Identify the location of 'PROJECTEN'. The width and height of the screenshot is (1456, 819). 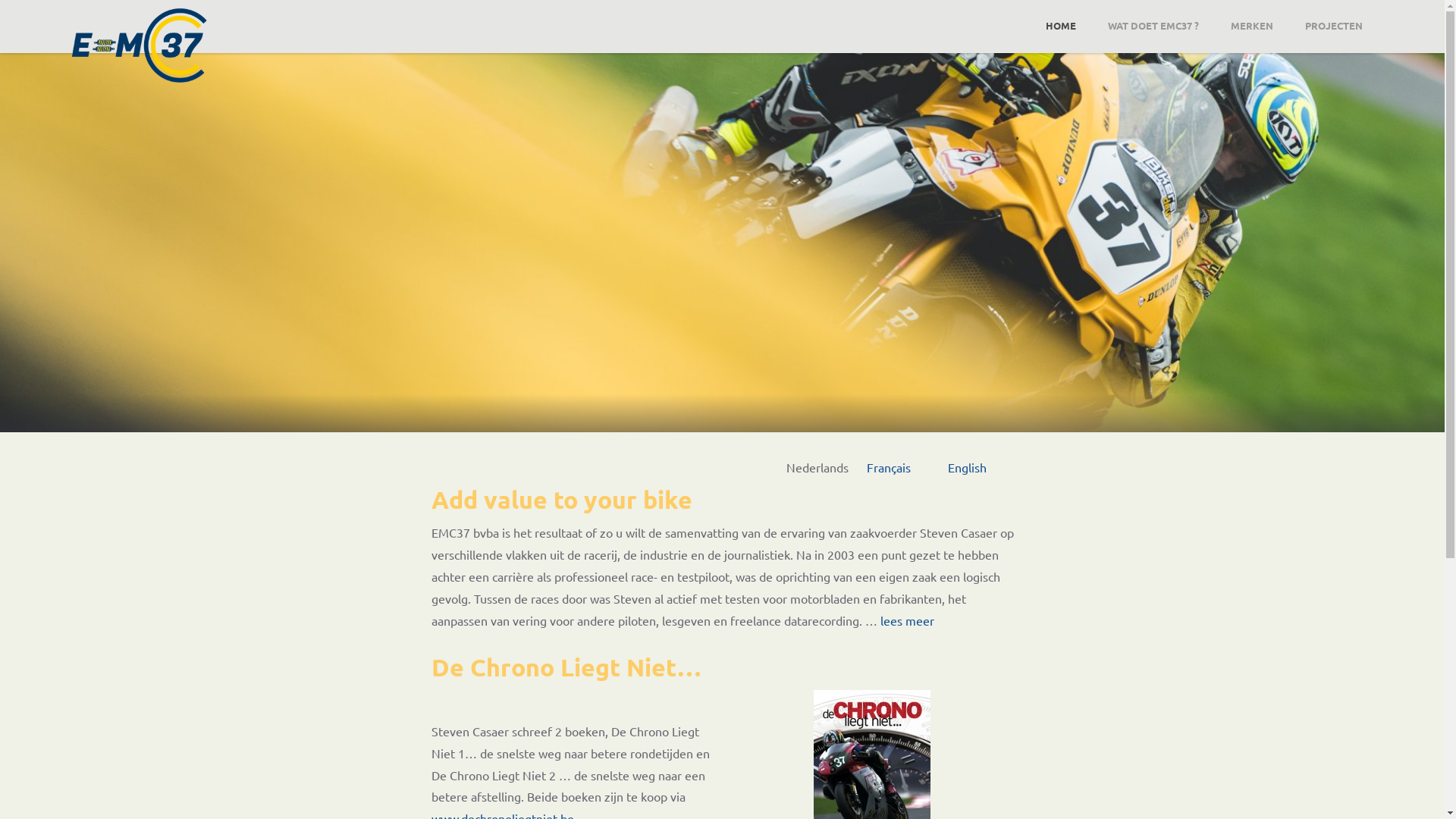
(1332, 25).